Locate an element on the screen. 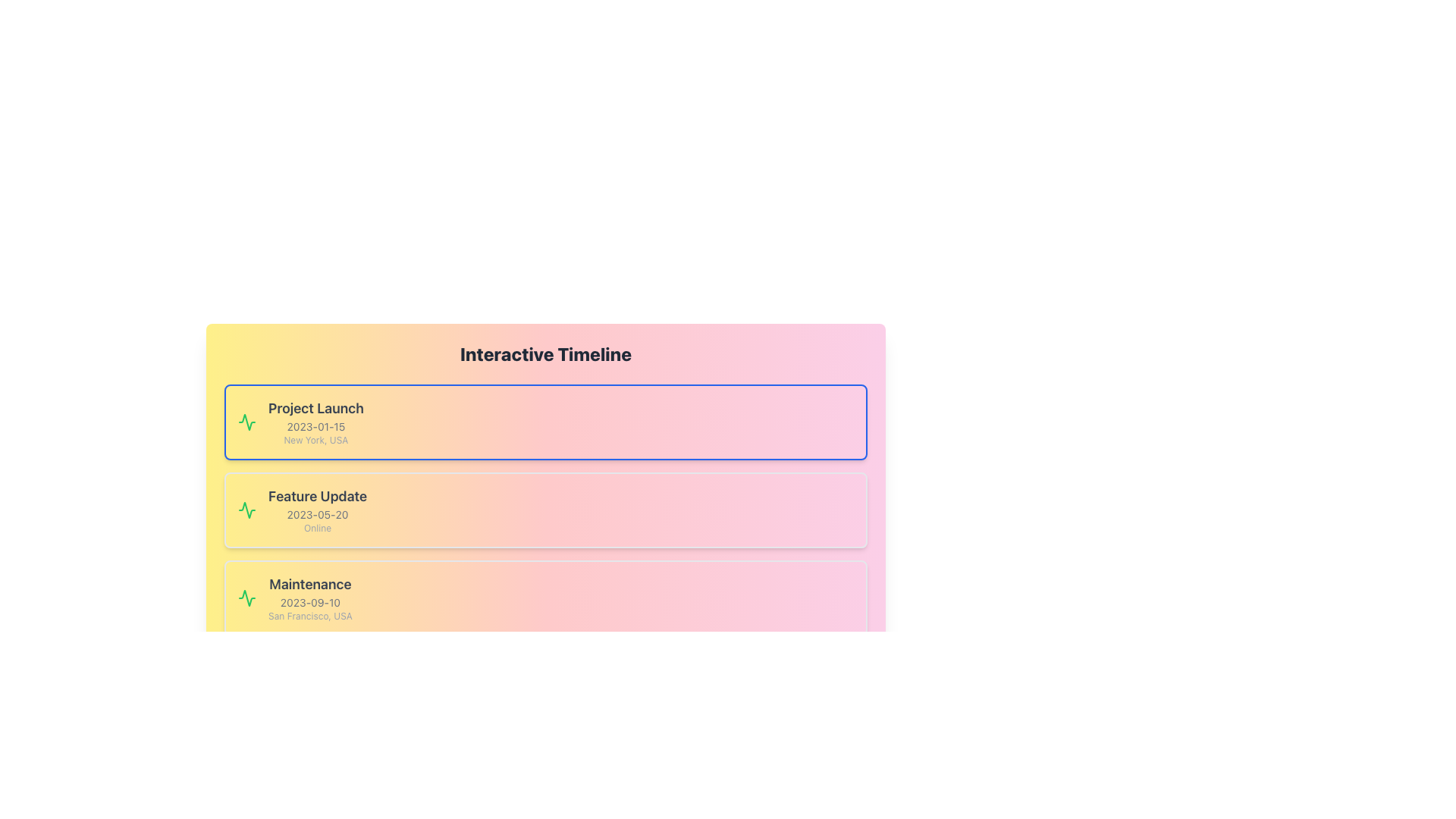 The width and height of the screenshot is (1456, 819). the date label indicating '2023-09-10' located in the 'Maintenance' section of the timeline, positioned between the title 'Maintenance' and the location 'San Francisco, USA' is located at coordinates (309, 601).